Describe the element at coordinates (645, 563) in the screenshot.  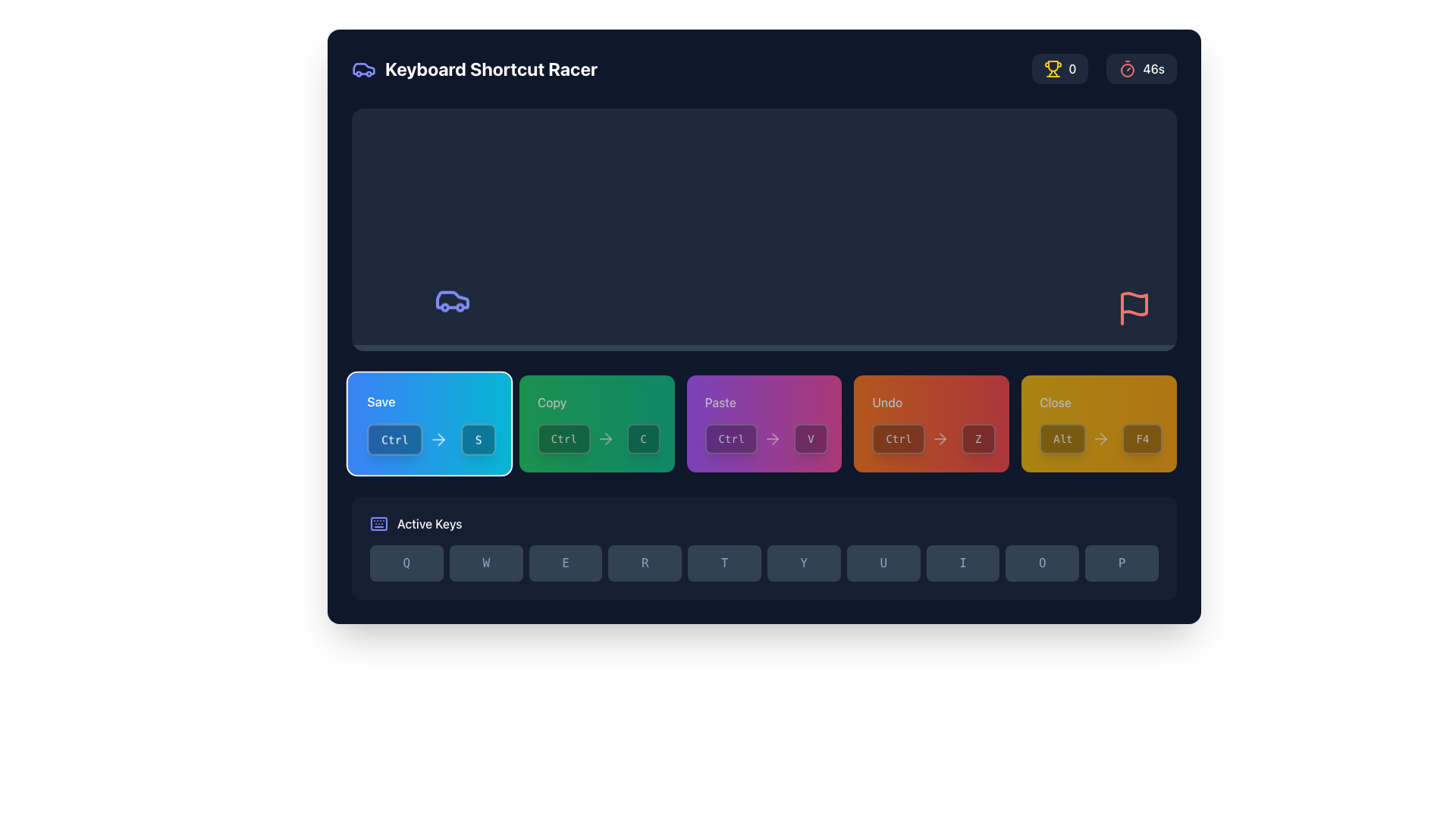
I see `the rectangular button with a dark background and the letter 'R' at its center, which is the fourth button in a row of ten buttons labeled QWERTYUIOP` at that location.